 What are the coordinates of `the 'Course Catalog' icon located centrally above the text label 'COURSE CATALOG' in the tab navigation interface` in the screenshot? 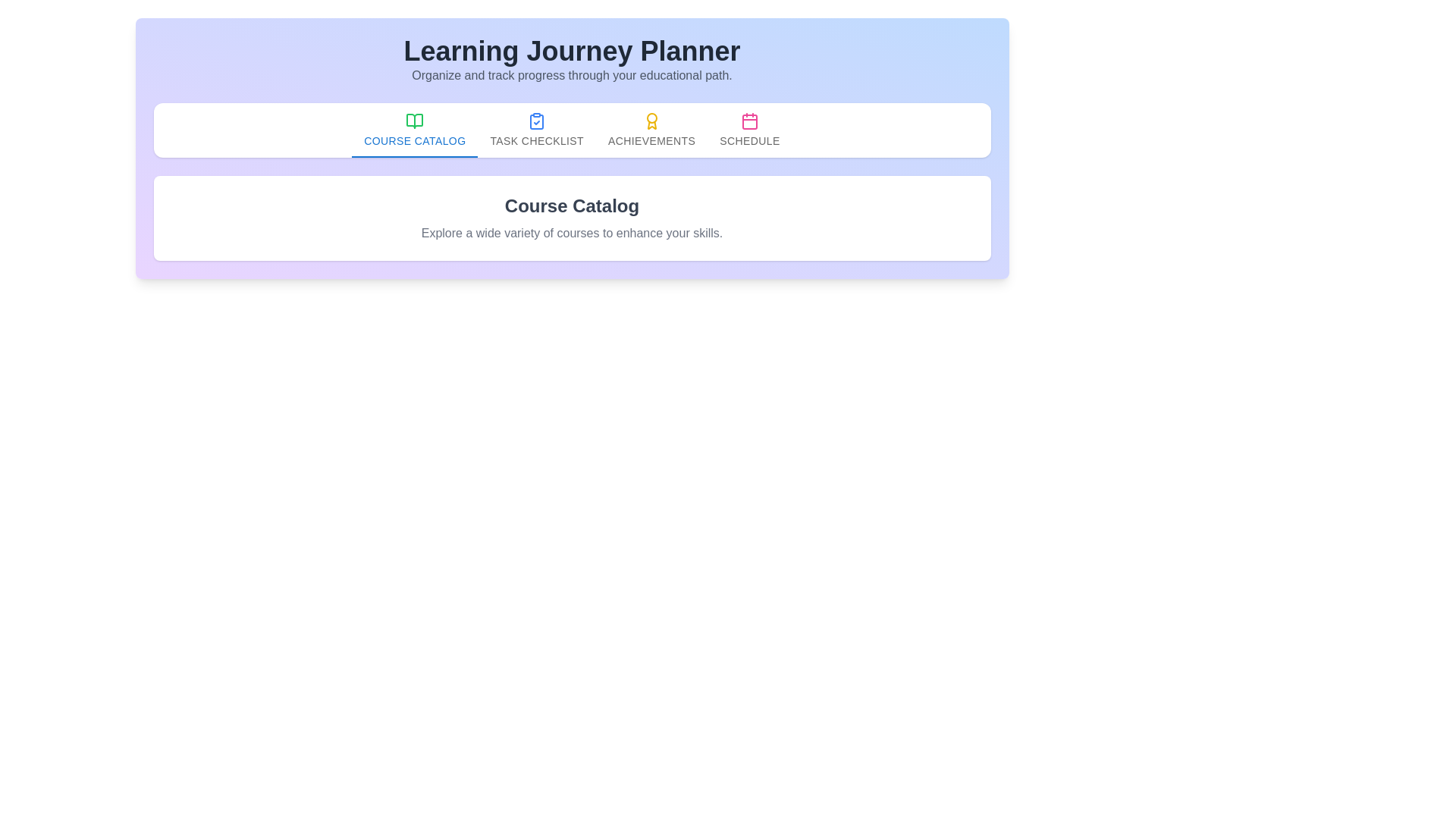 It's located at (415, 121).